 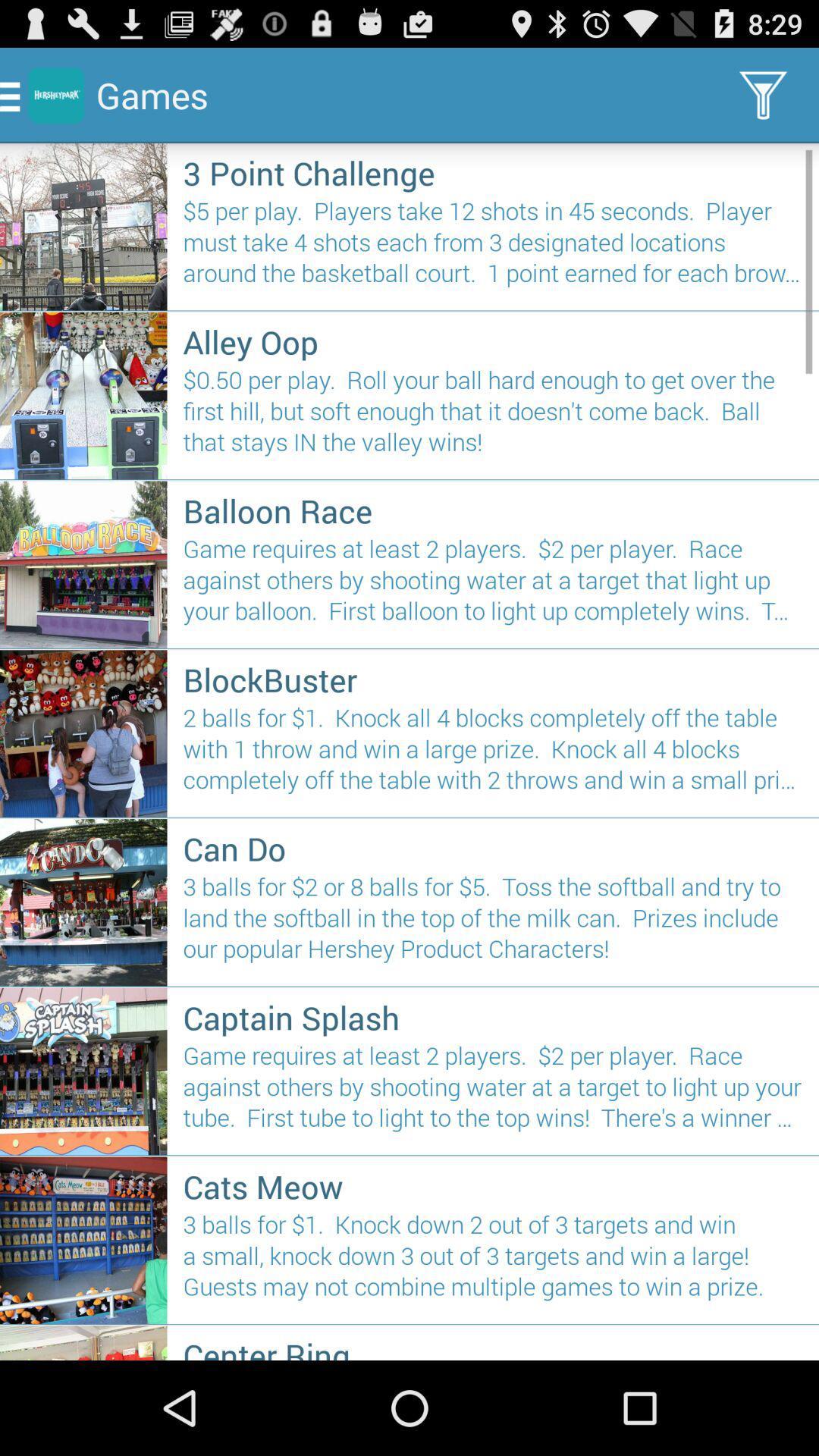 What do you see at coordinates (493, 1185) in the screenshot?
I see `the item below the game requires at` at bounding box center [493, 1185].